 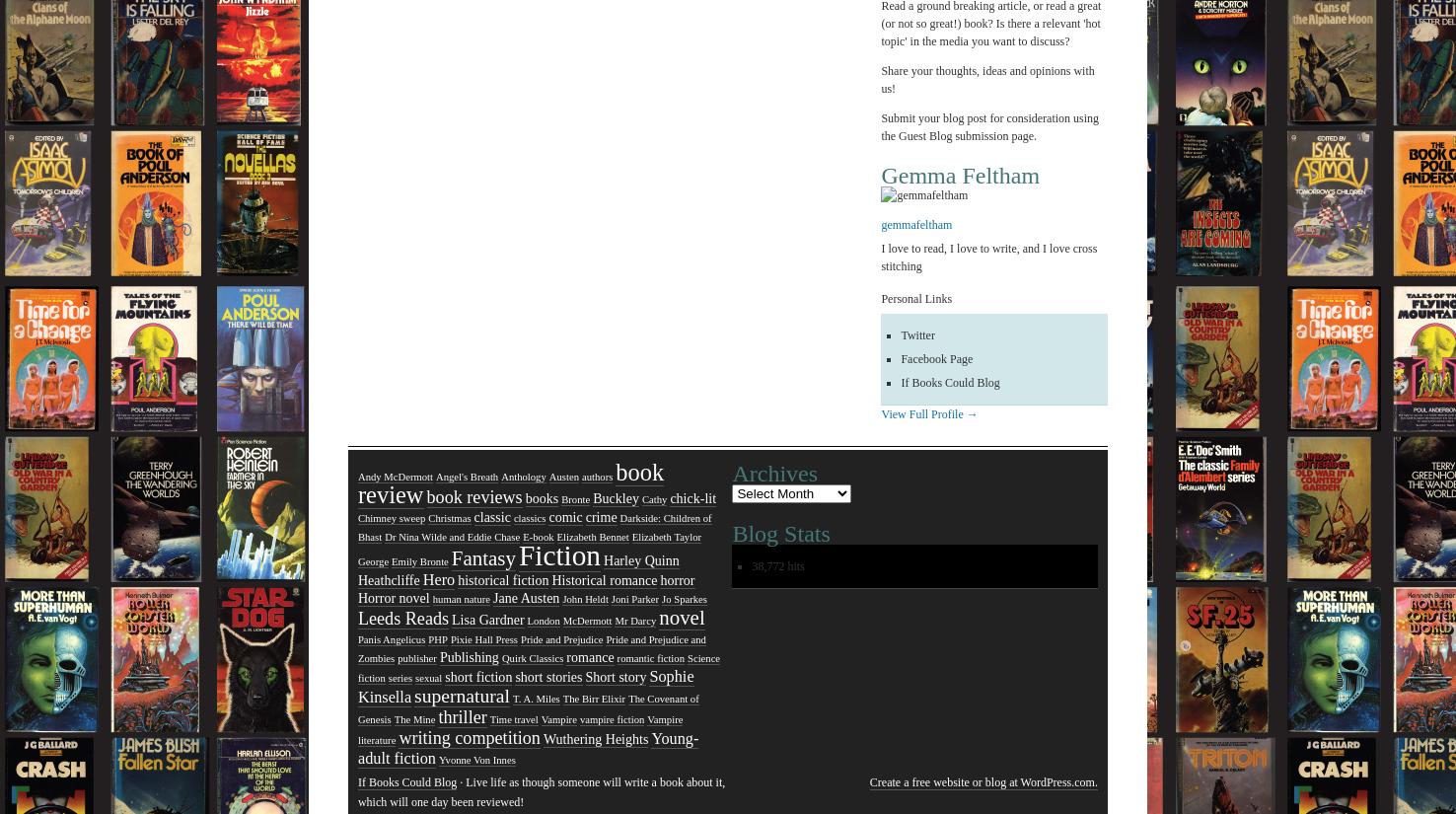 What do you see at coordinates (540, 791) in the screenshot?
I see `'· Live life as though someone will write a book about it, which will one day been reviewed!'` at bounding box center [540, 791].